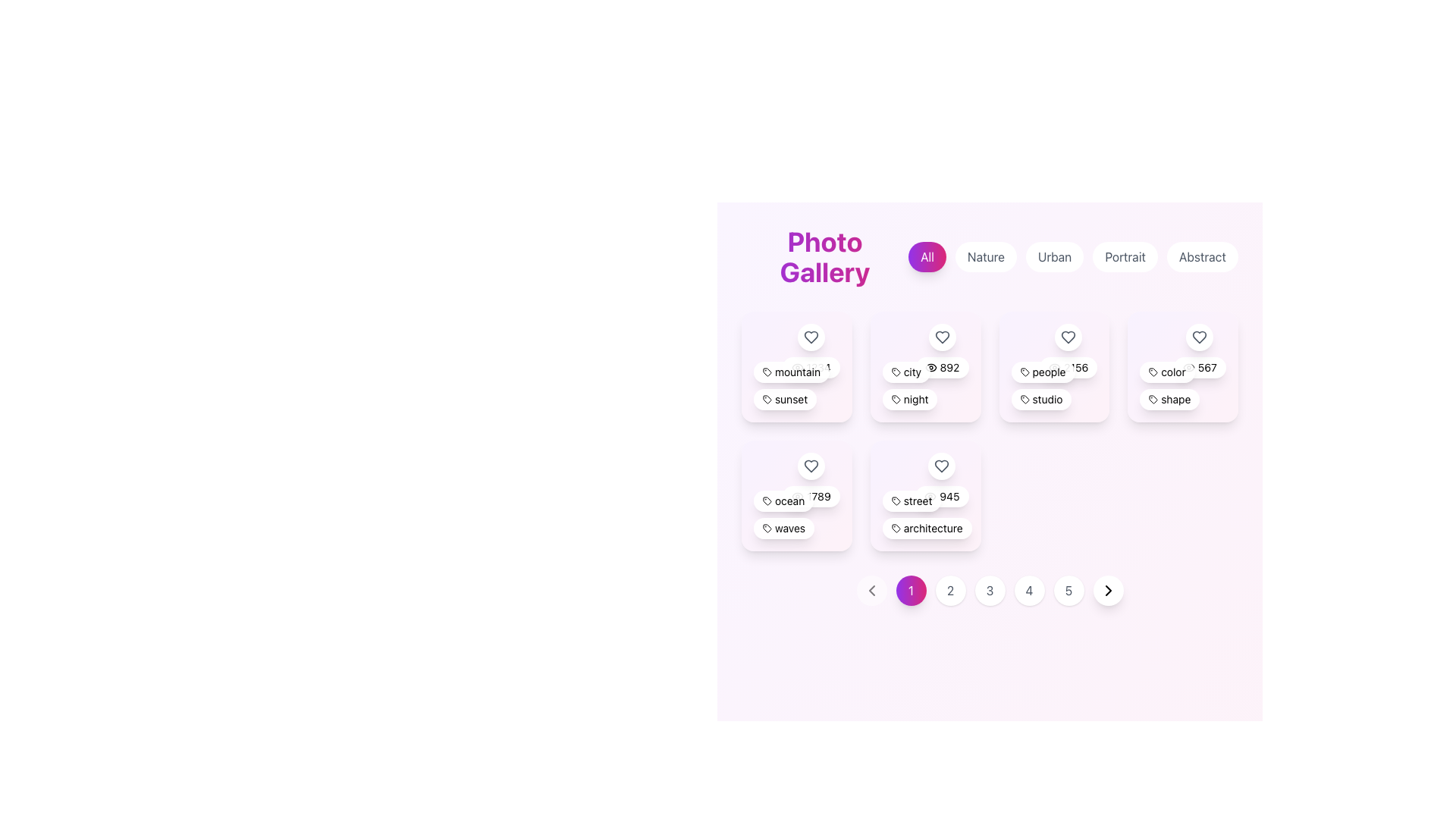 Image resolution: width=1456 pixels, height=819 pixels. Describe the element at coordinates (810, 336) in the screenshot. I see `the heart icon button located at the top-left corner inside the card labeled 'mountain' to mark it as favorite` at that location.